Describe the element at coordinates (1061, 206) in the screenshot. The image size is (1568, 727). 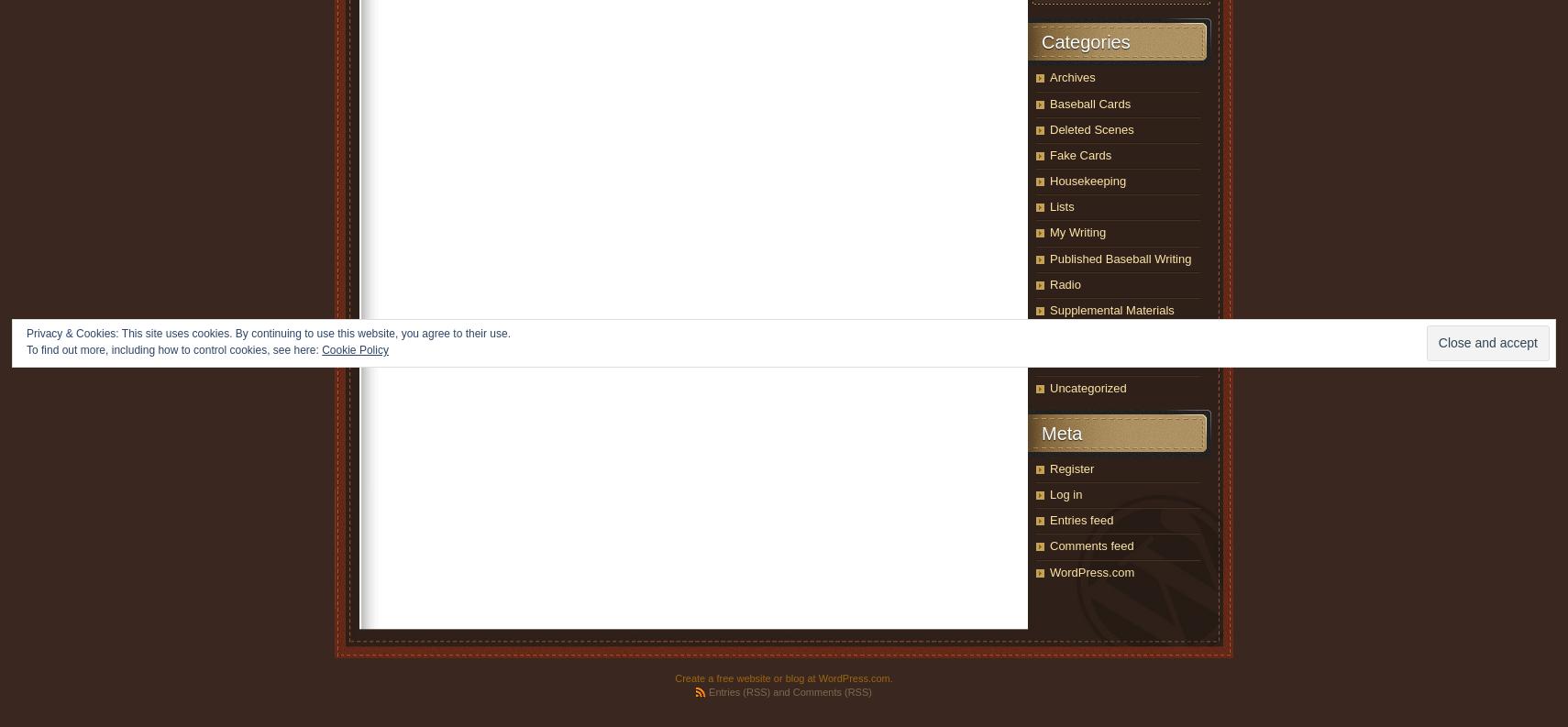
I see `'Lists'` at that location.